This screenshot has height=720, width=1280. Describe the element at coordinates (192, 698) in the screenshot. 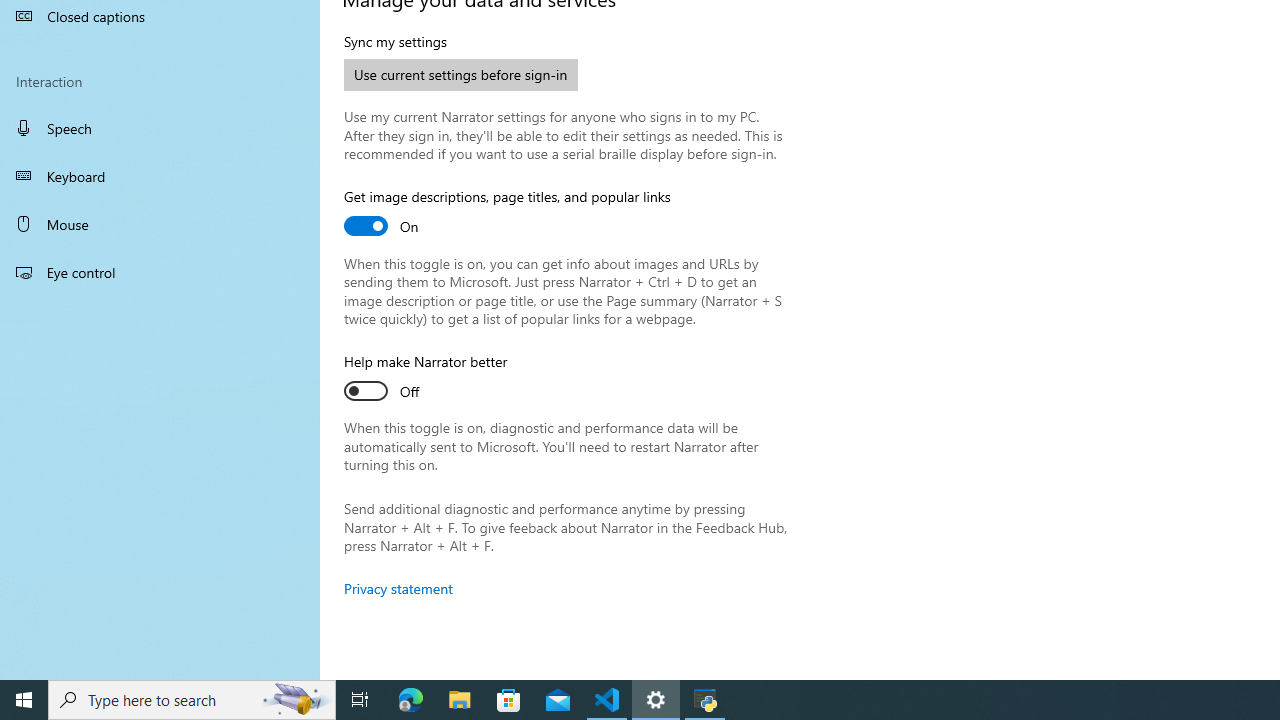

I see `'Type here to search'` at that location.